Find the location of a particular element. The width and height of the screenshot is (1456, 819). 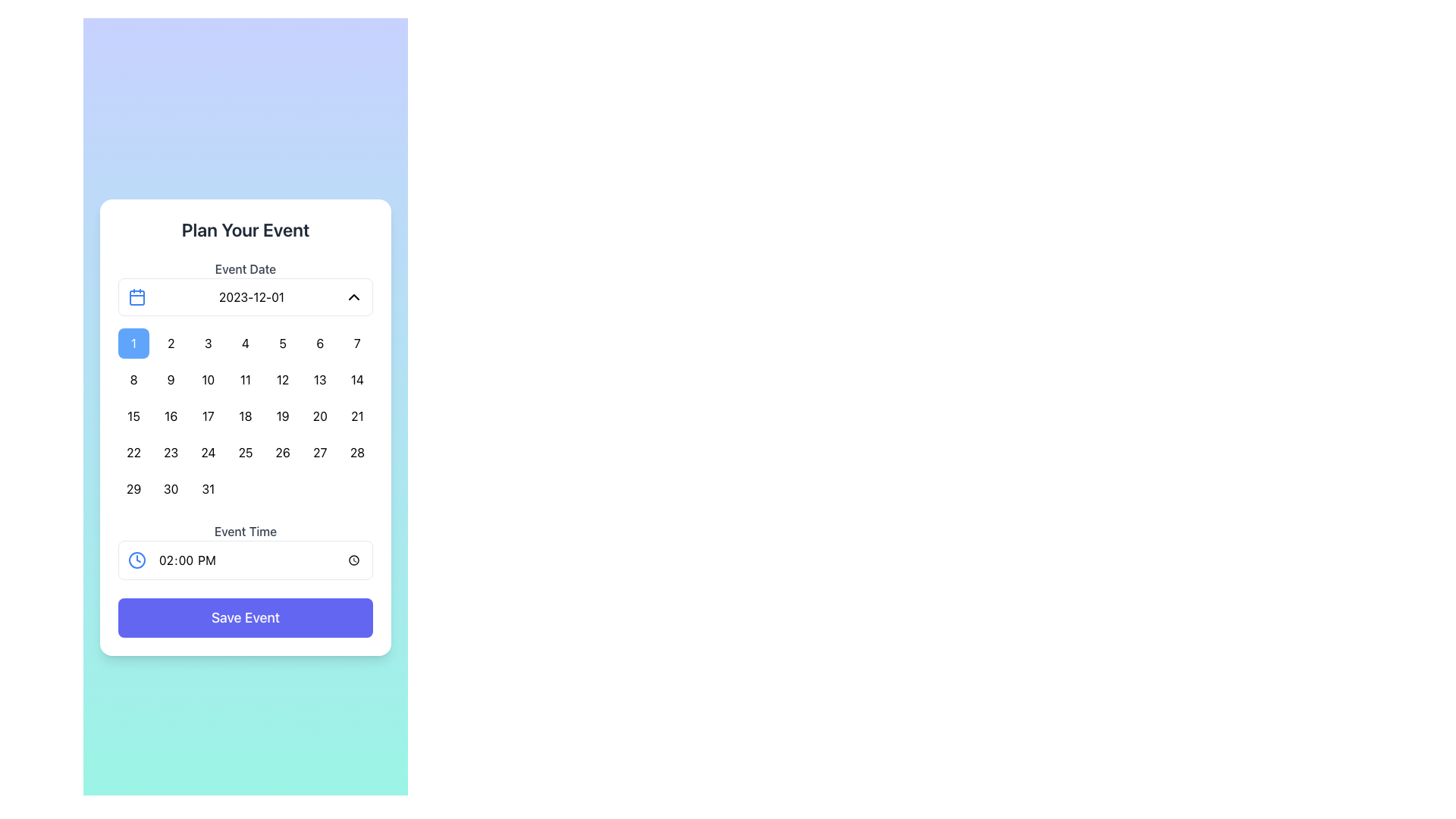

the rounded square button displaying the number '16' is located at coordinates (171, 416).